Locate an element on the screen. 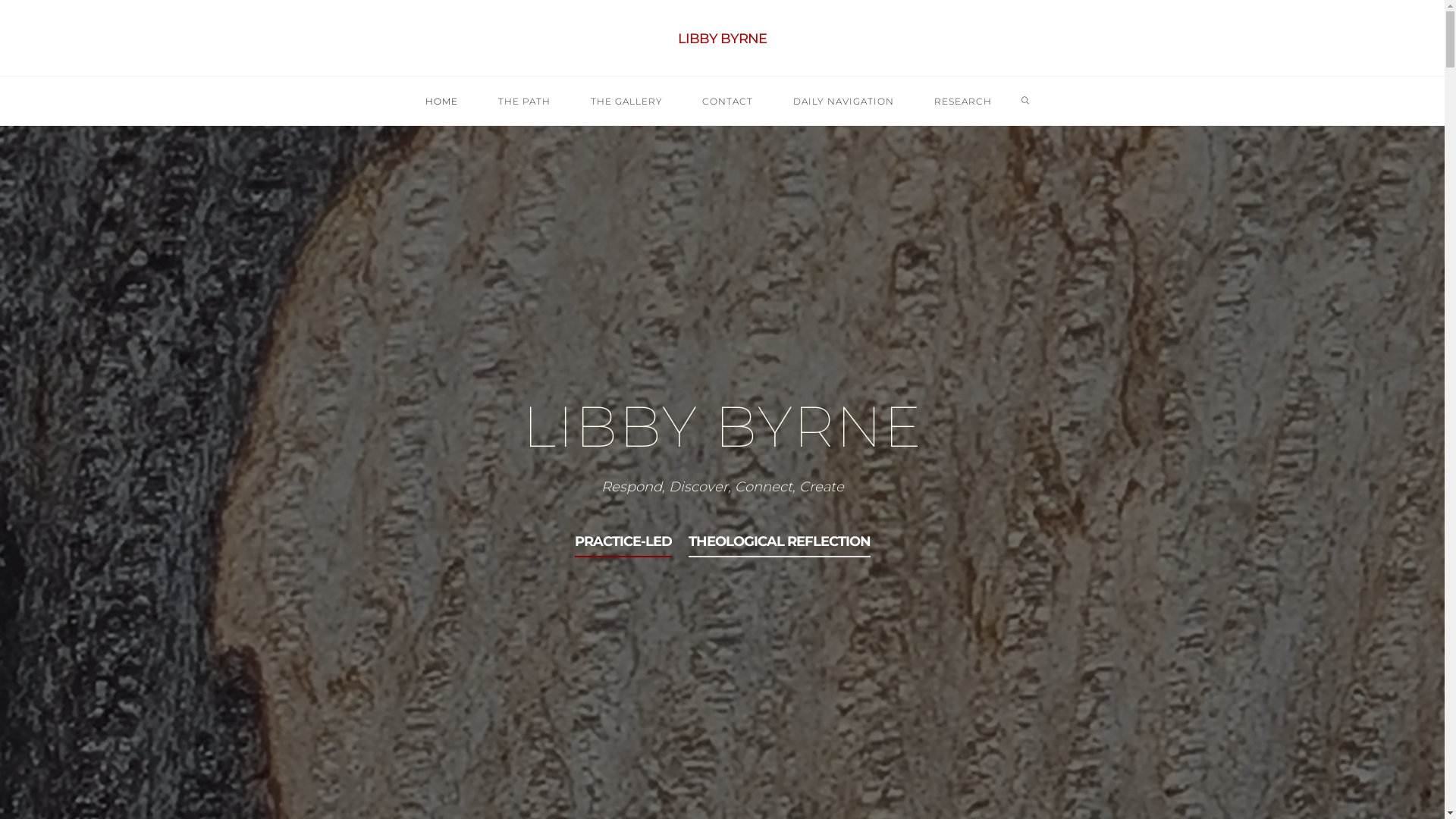 This screenshot has width=1456, height=819. 'HOME' is located at coordinates (441, 101).